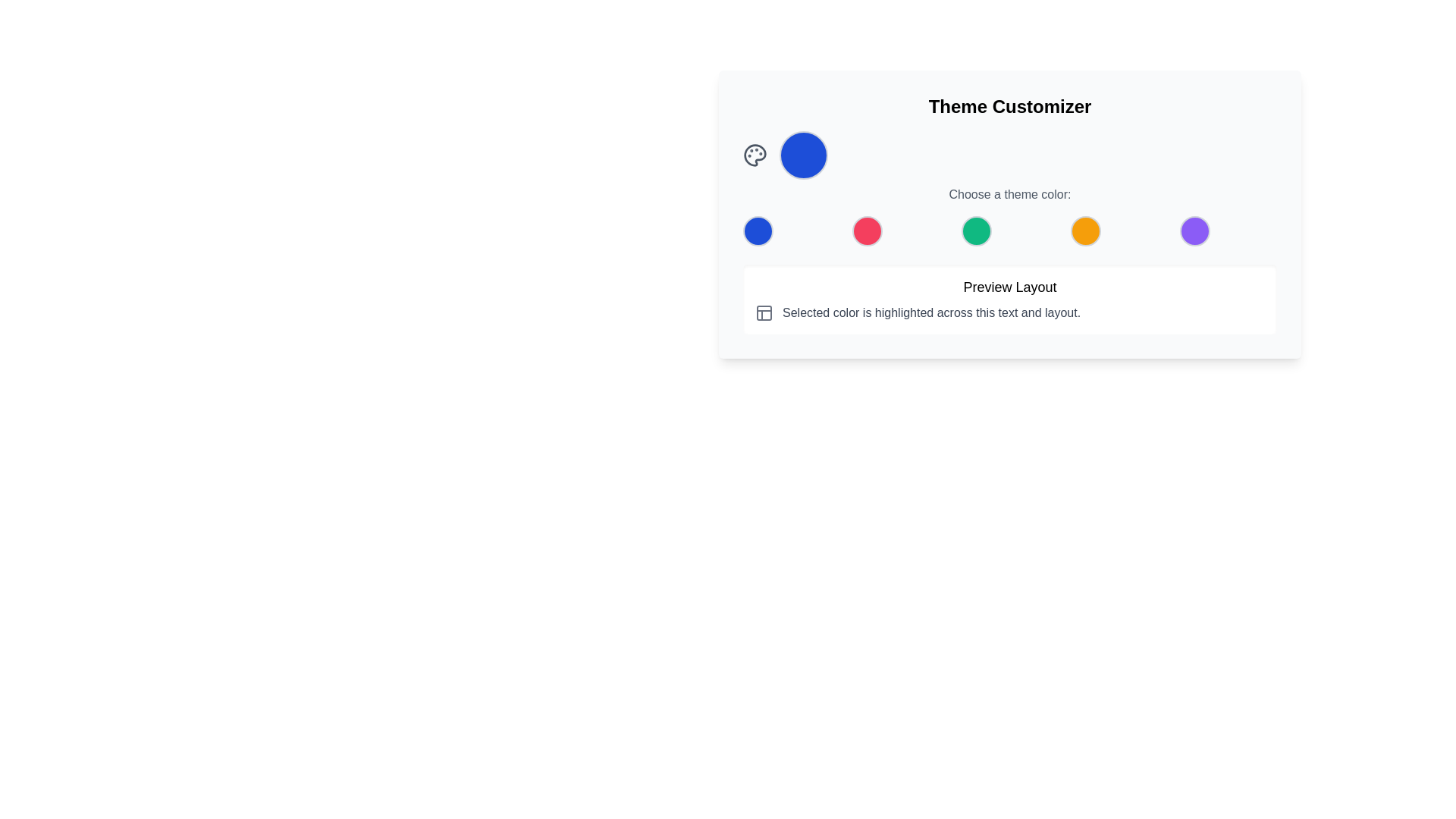 This screenshot has width=1456, height=819. I want to click on the colored circles within the 'Theme Customizer' panel for theme selection, so click(1009, 214).